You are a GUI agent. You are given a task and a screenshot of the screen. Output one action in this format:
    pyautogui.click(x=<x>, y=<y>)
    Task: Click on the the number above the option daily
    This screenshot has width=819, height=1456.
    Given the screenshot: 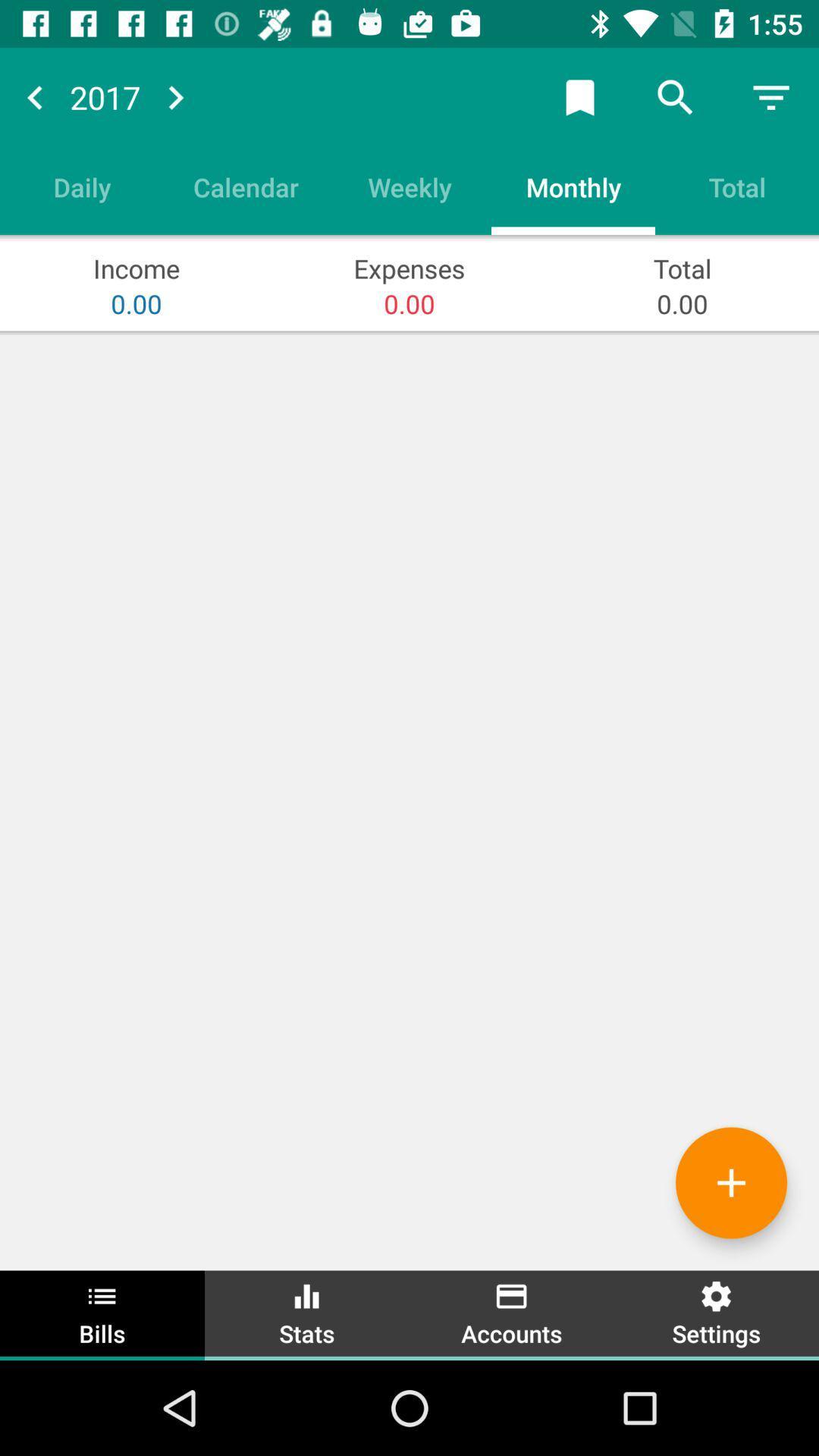 What is the action you would take?
    pyautogui.click(x=104, y=96)
    